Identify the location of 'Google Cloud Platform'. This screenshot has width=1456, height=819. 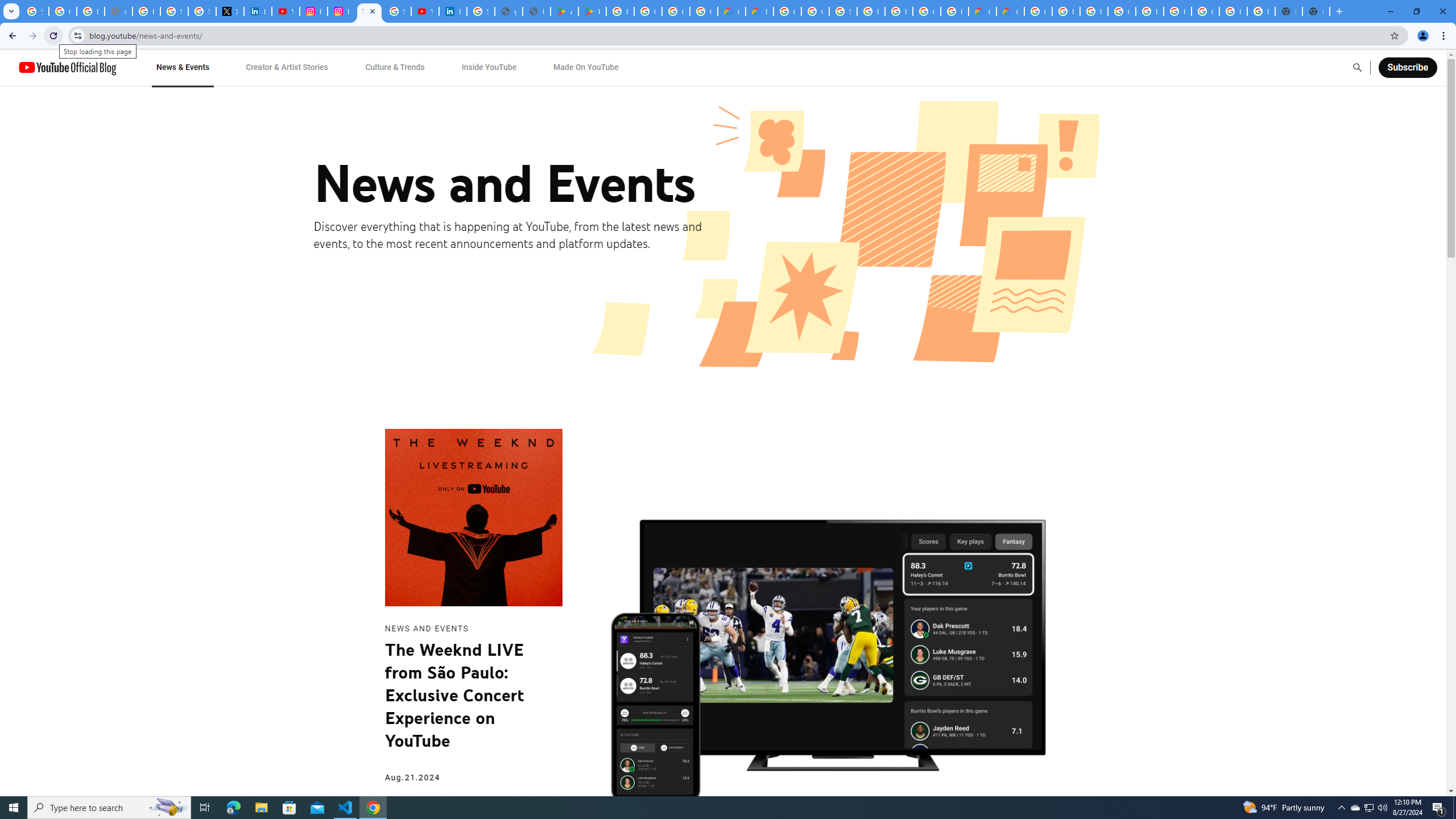
(1122, 11).